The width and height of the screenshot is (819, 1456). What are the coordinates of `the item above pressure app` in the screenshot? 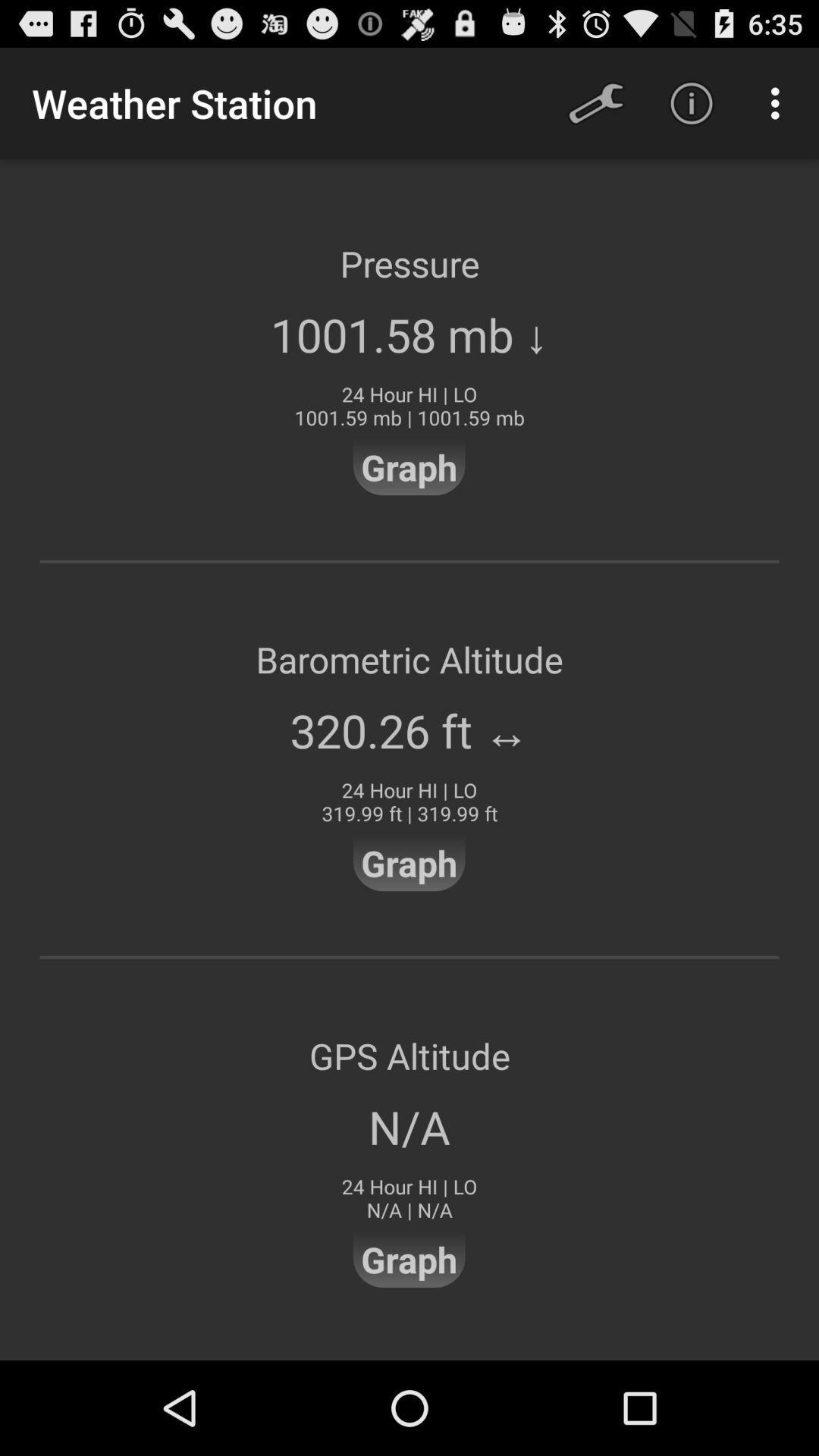 It's located at (691, 102).